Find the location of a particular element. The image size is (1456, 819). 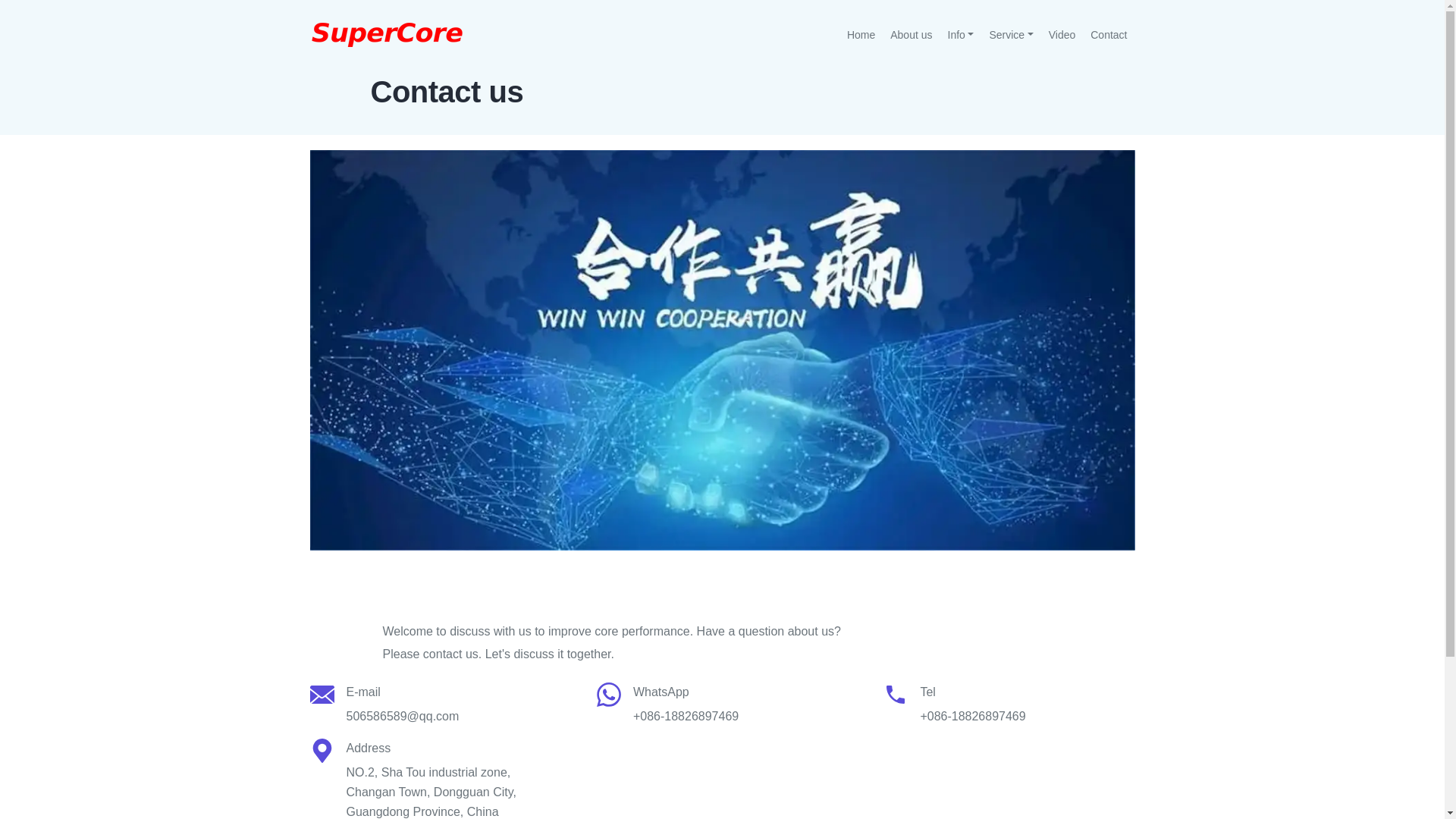

'Home is located at coordinates (861, 34).